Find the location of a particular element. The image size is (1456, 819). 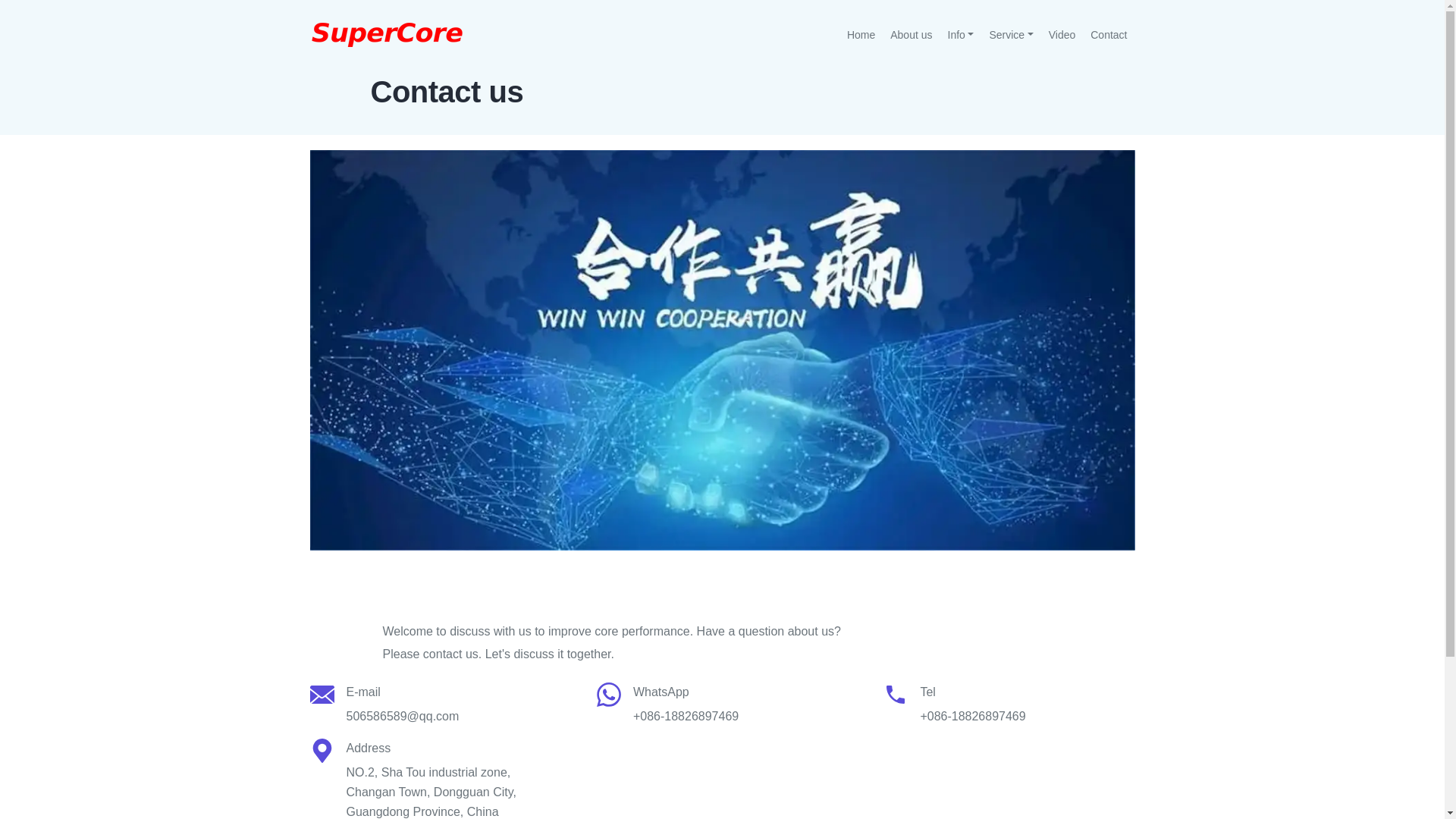

'Home is located at coordinates (861, 34).